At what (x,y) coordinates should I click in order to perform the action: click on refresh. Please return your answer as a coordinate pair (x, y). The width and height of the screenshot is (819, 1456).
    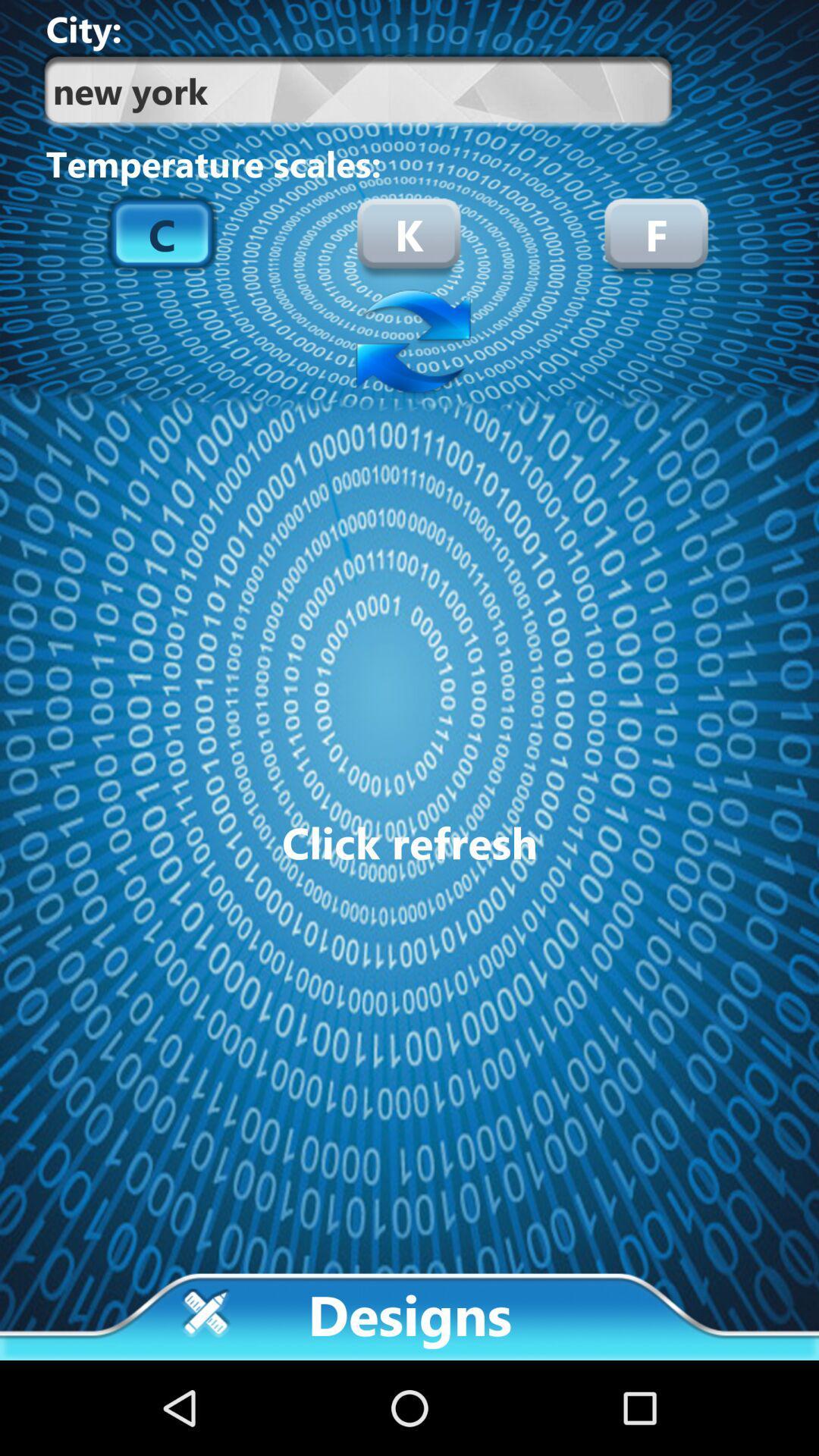
    Looking at the image, I should click on (409, 343).